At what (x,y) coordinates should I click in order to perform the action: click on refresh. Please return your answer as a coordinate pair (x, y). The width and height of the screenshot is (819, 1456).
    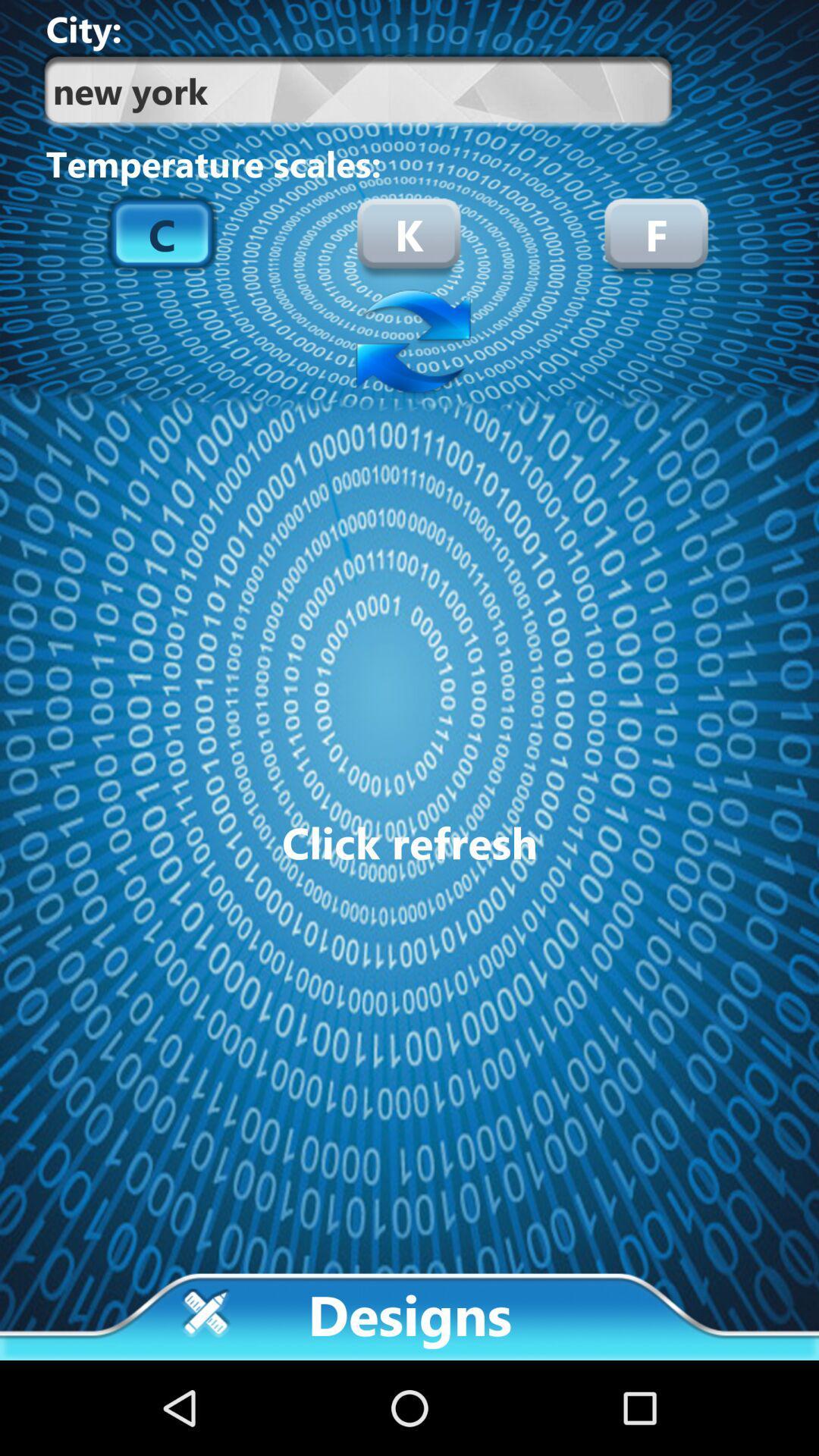
    Looking at the image, I should click on (409, 343).